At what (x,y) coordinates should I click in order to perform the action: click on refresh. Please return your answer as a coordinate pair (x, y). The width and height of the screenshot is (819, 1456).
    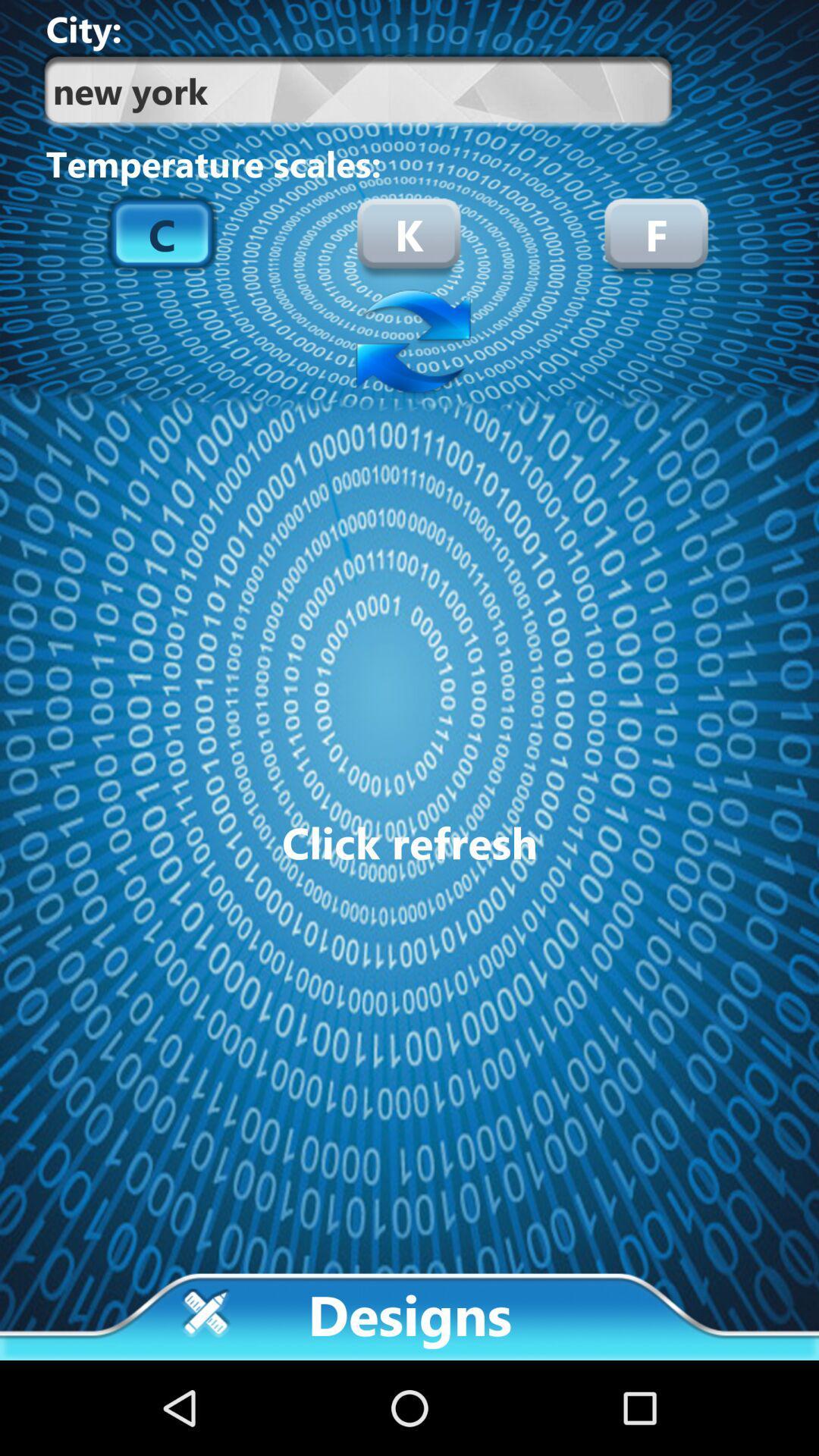
    Looking at the image, I should click on (409, 343).